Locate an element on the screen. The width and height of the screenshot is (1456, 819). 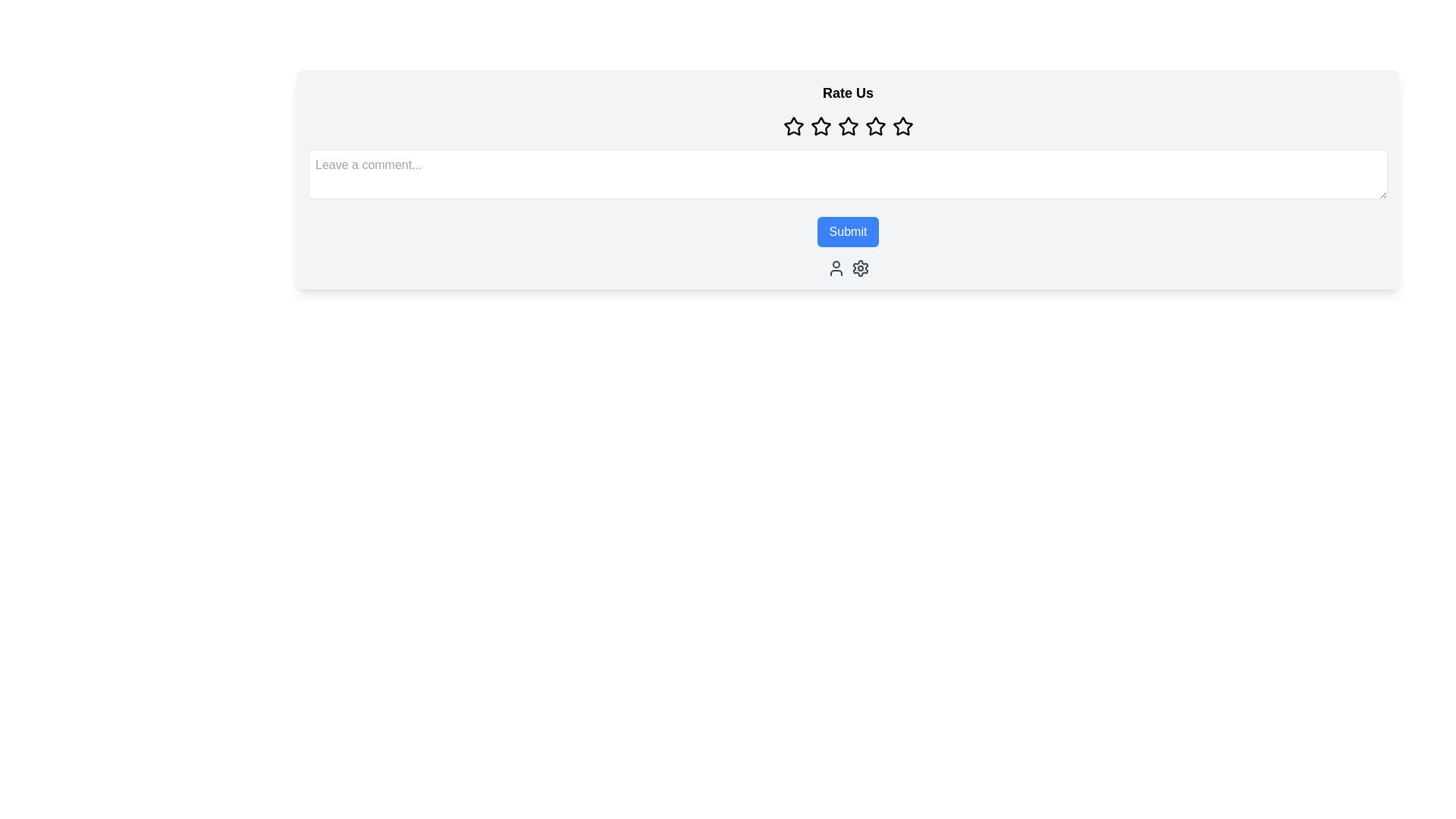
the fourth star icon in the rating section to set a rating is located at coordinates (875, 125).